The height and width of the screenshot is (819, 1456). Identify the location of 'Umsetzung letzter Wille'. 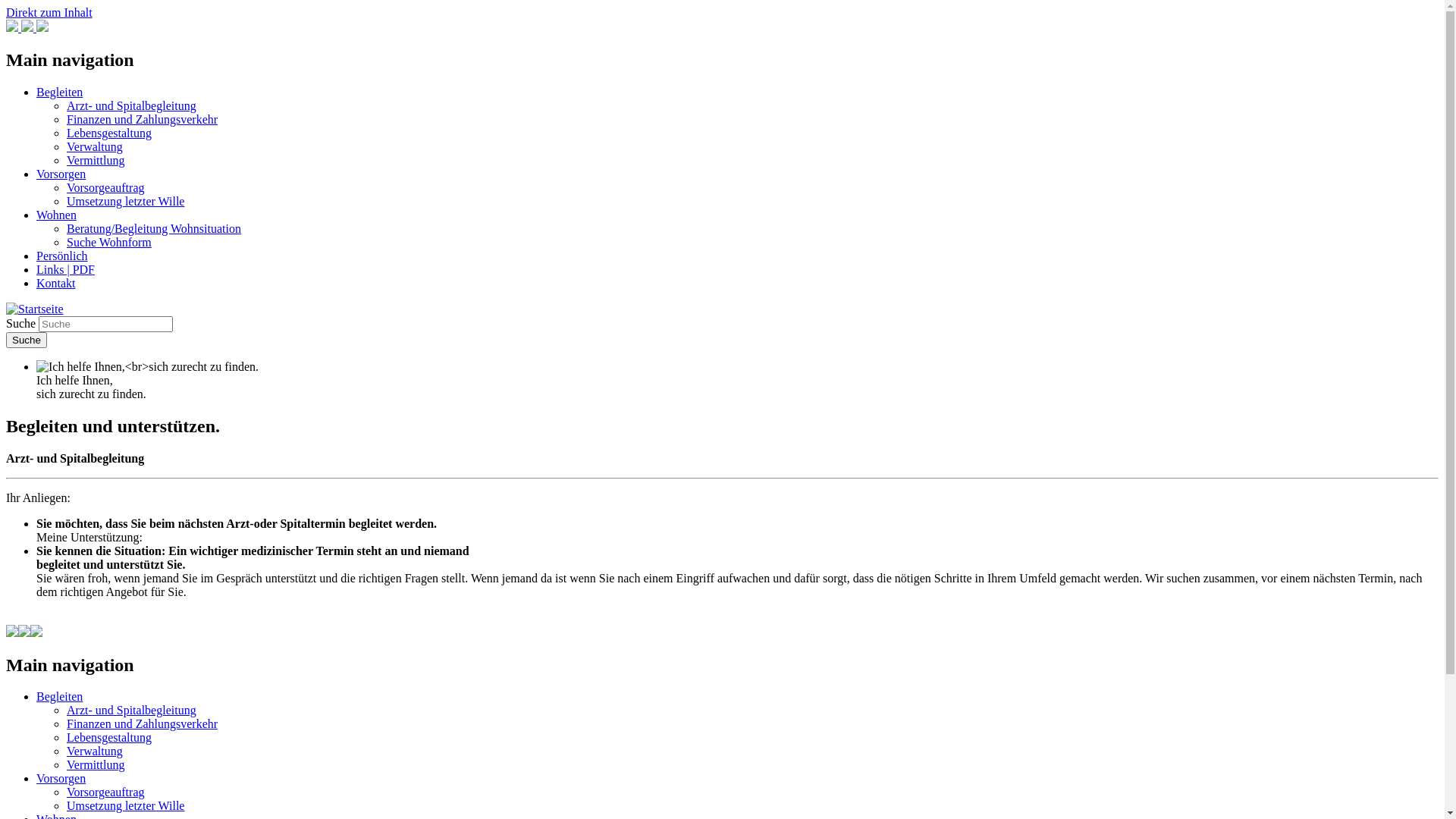
(125, 805).